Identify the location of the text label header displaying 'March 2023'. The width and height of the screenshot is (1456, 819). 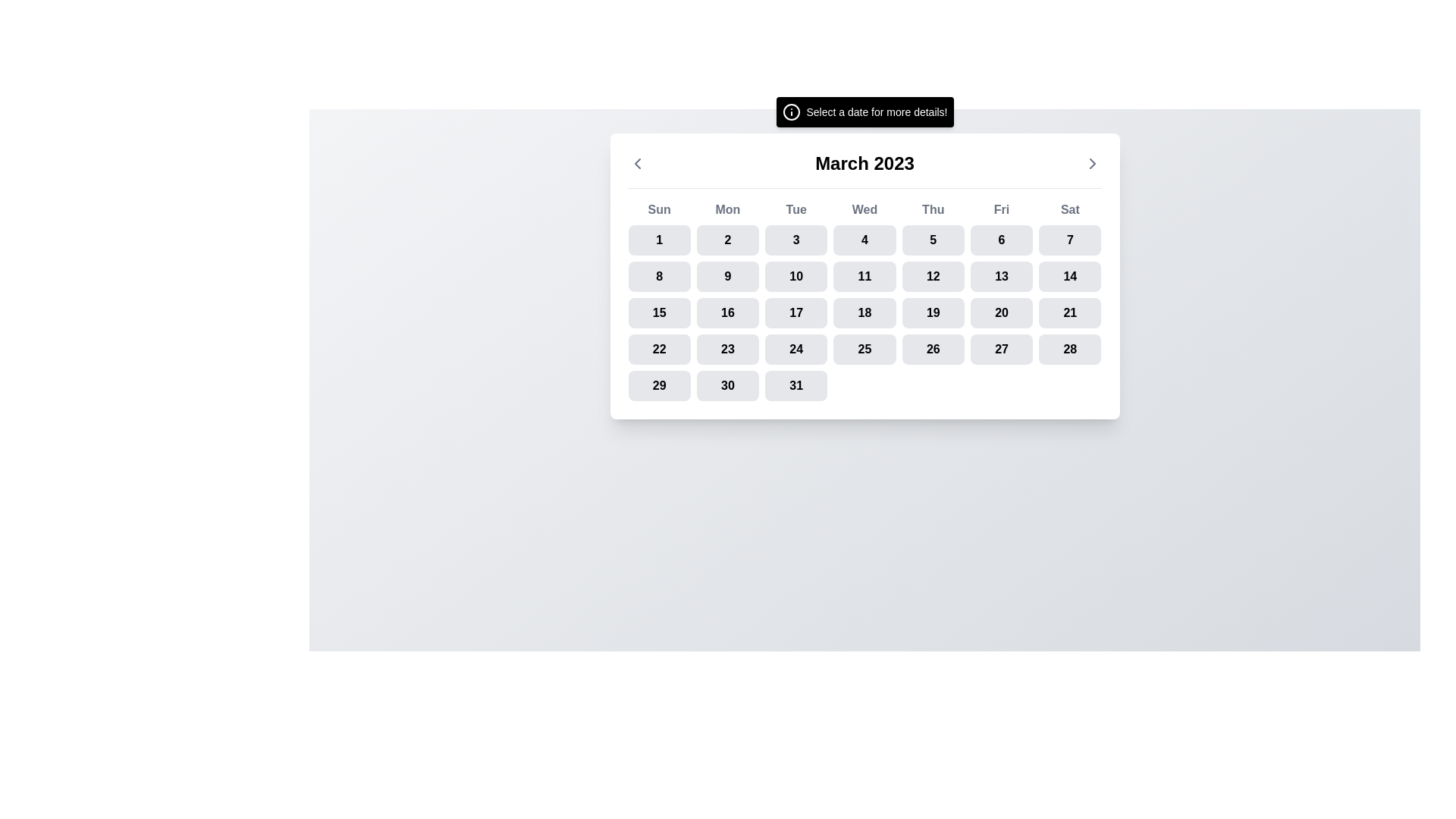
(864, 164).